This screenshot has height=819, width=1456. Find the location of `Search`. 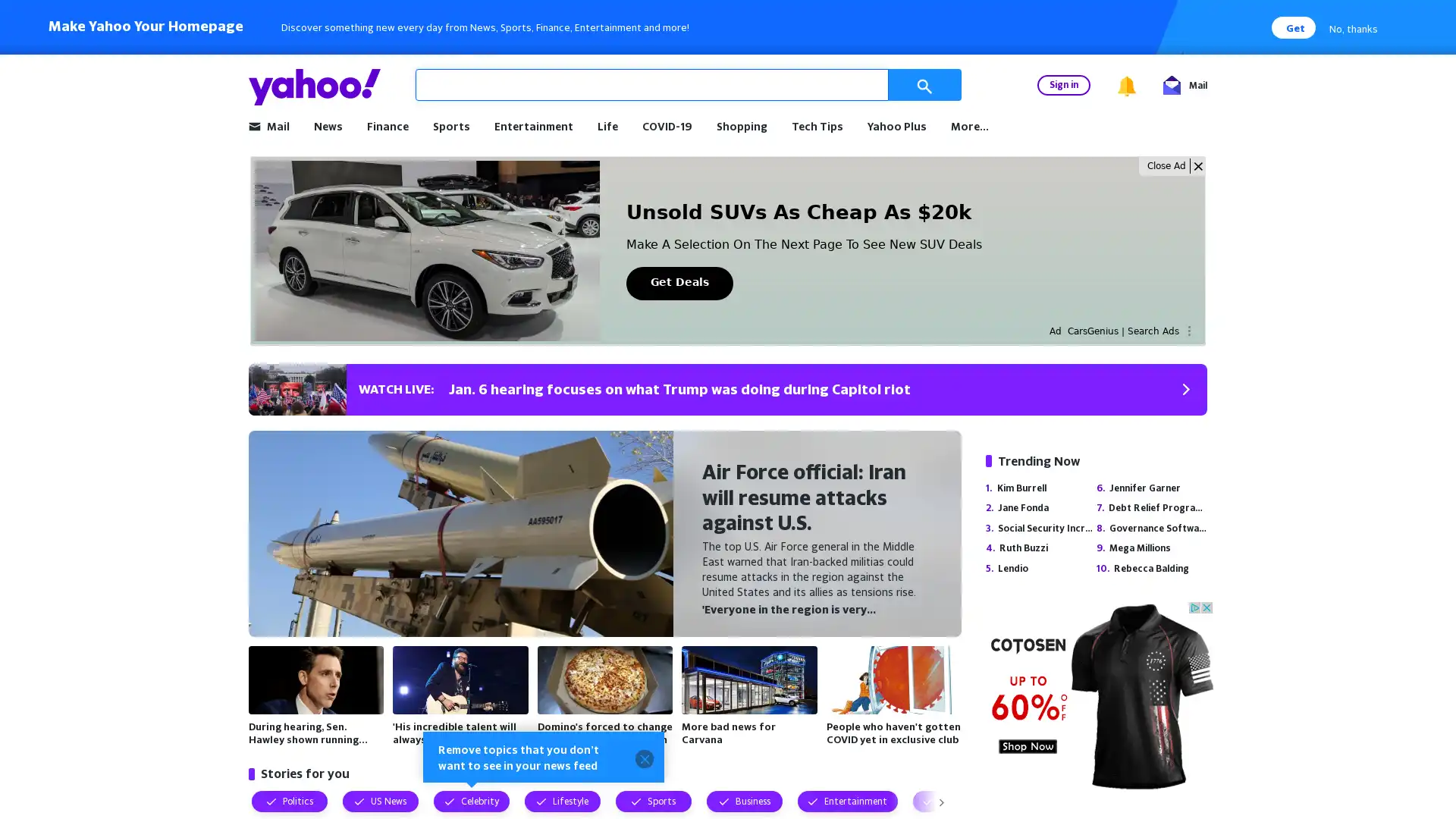

Search is located at coordinates (924, 84).